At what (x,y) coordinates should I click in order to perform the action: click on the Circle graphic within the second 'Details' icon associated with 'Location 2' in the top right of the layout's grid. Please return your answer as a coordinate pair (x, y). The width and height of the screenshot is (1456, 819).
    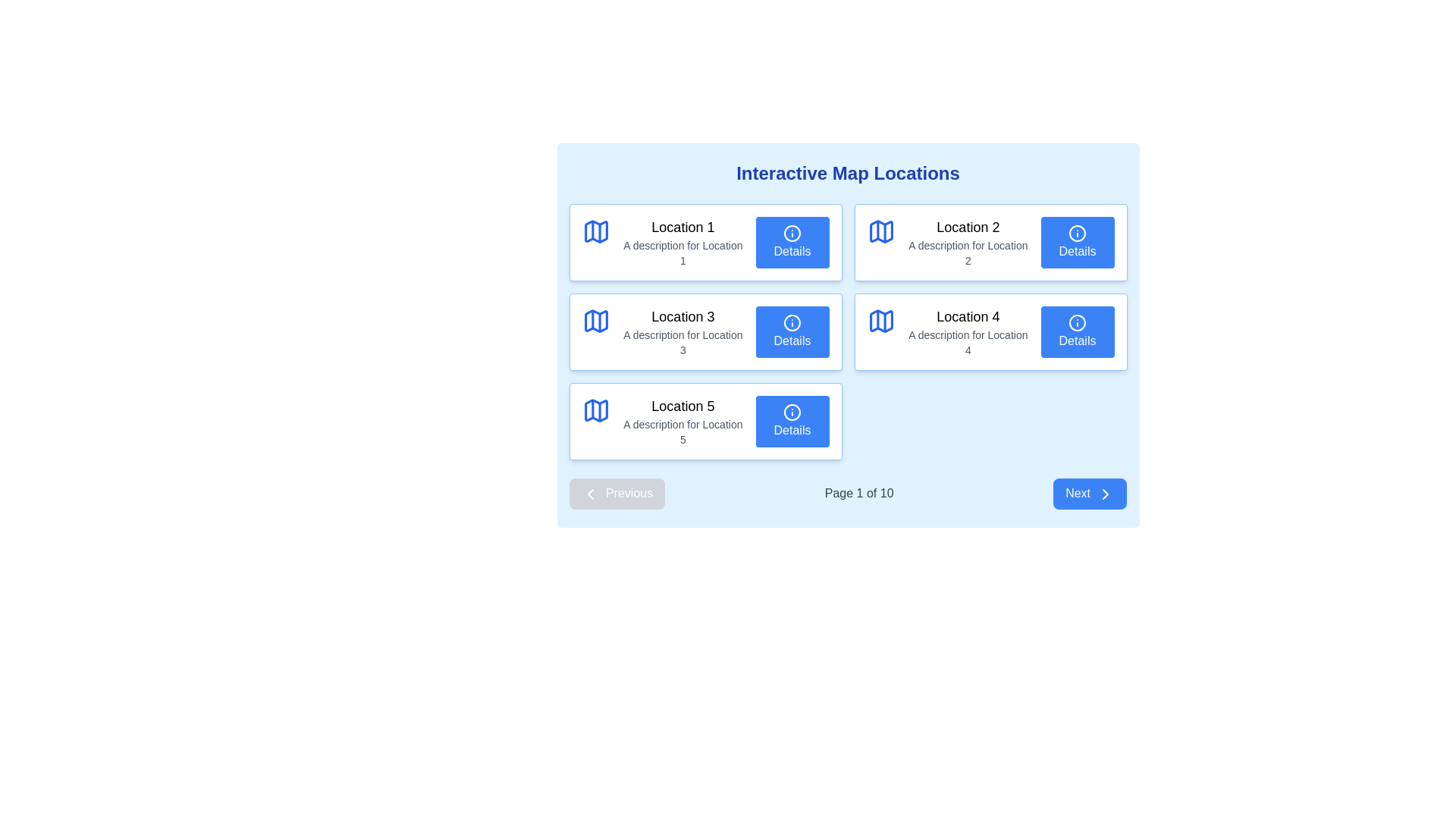
    Looking at the image, I should click on (1076, 234).